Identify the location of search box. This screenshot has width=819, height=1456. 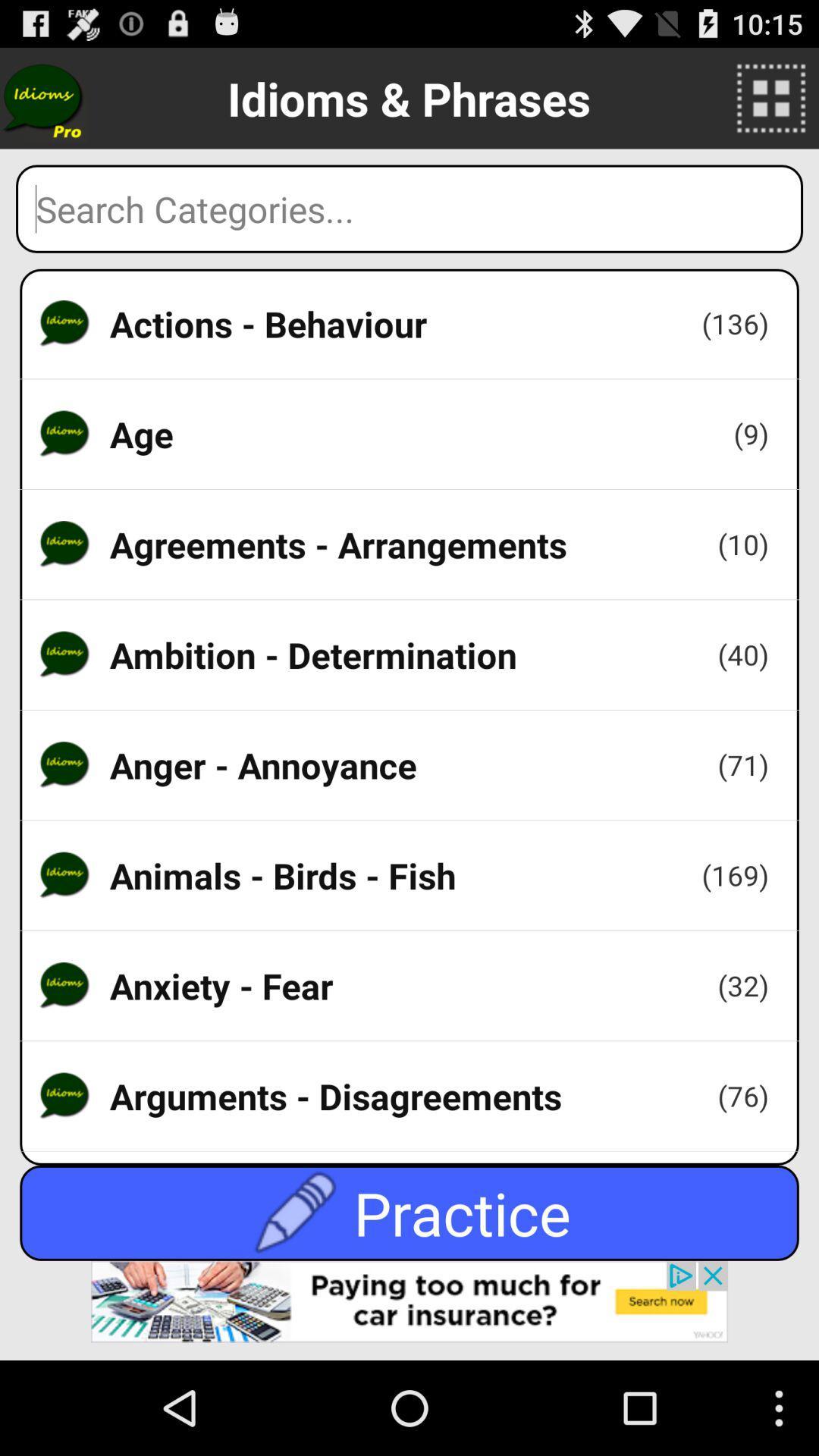
(409, 208).